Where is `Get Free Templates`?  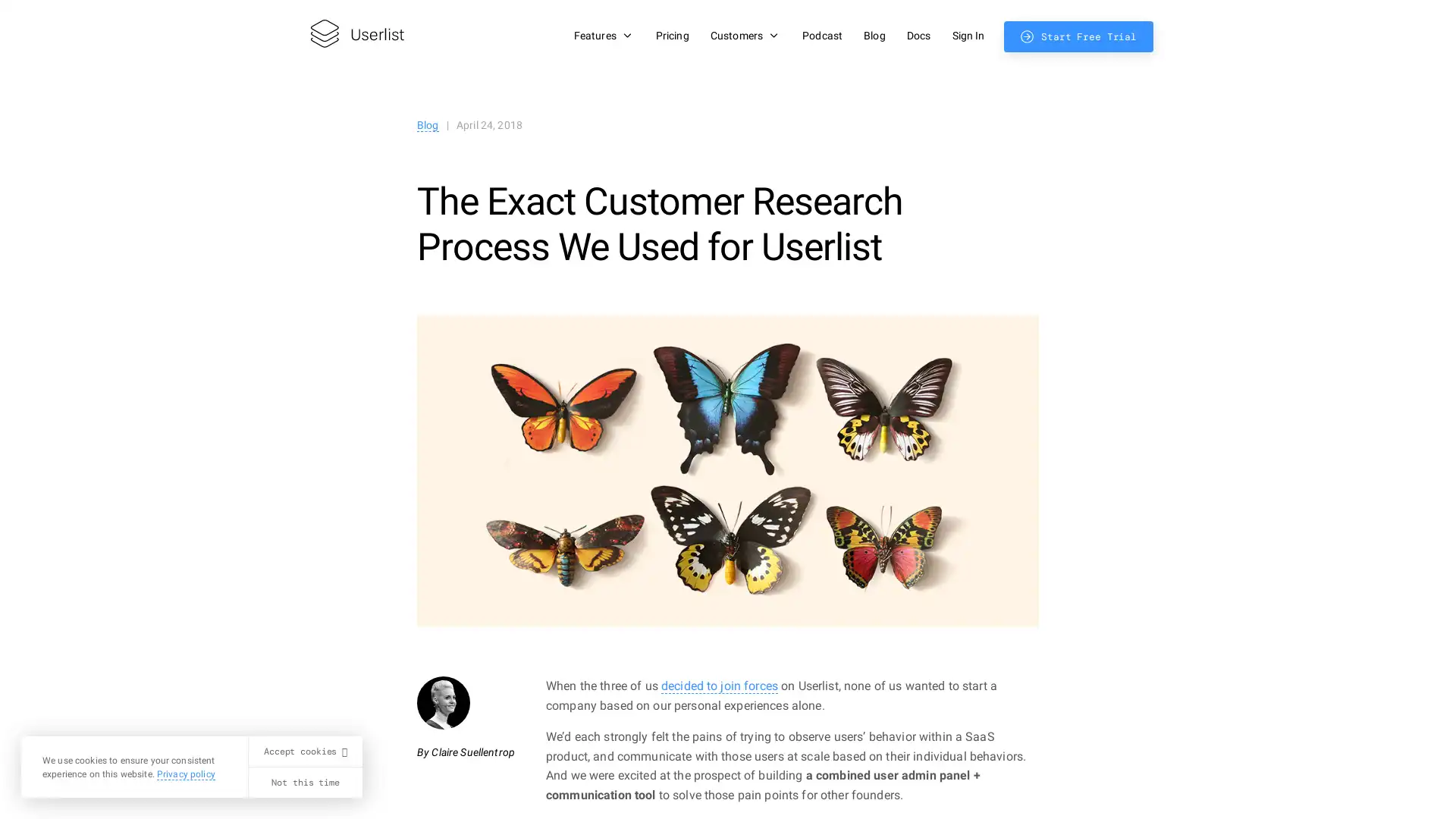 Get Free Templates is located at coordinates (1298, 414).